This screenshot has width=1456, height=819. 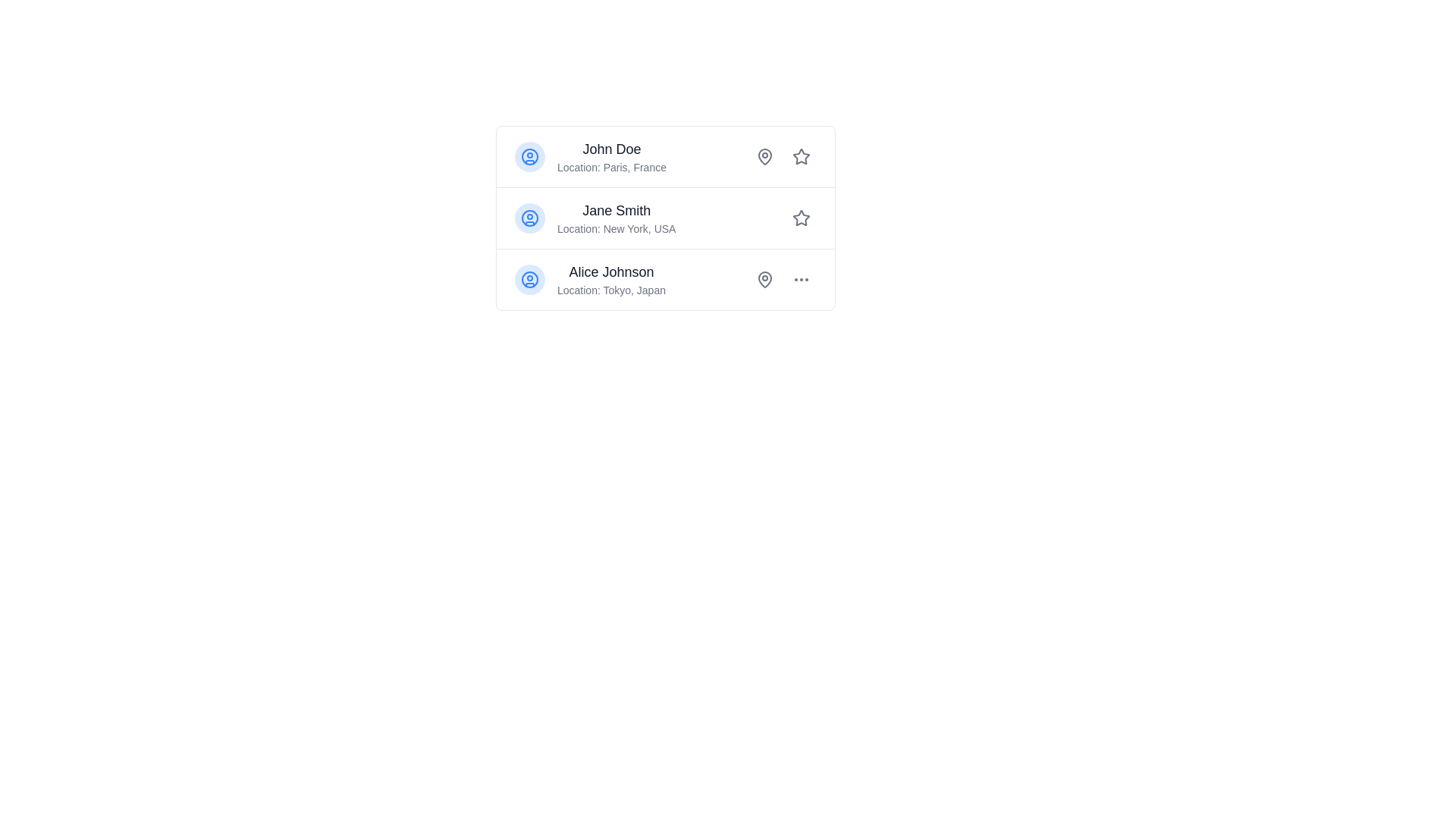 What do you see at coordinates (611, 149) in the screenshot?
I see `the static text label displaying the name 'John Doe', which is the first entry in the user list, to distinguish this user from others` at bounding box center [611, 149].